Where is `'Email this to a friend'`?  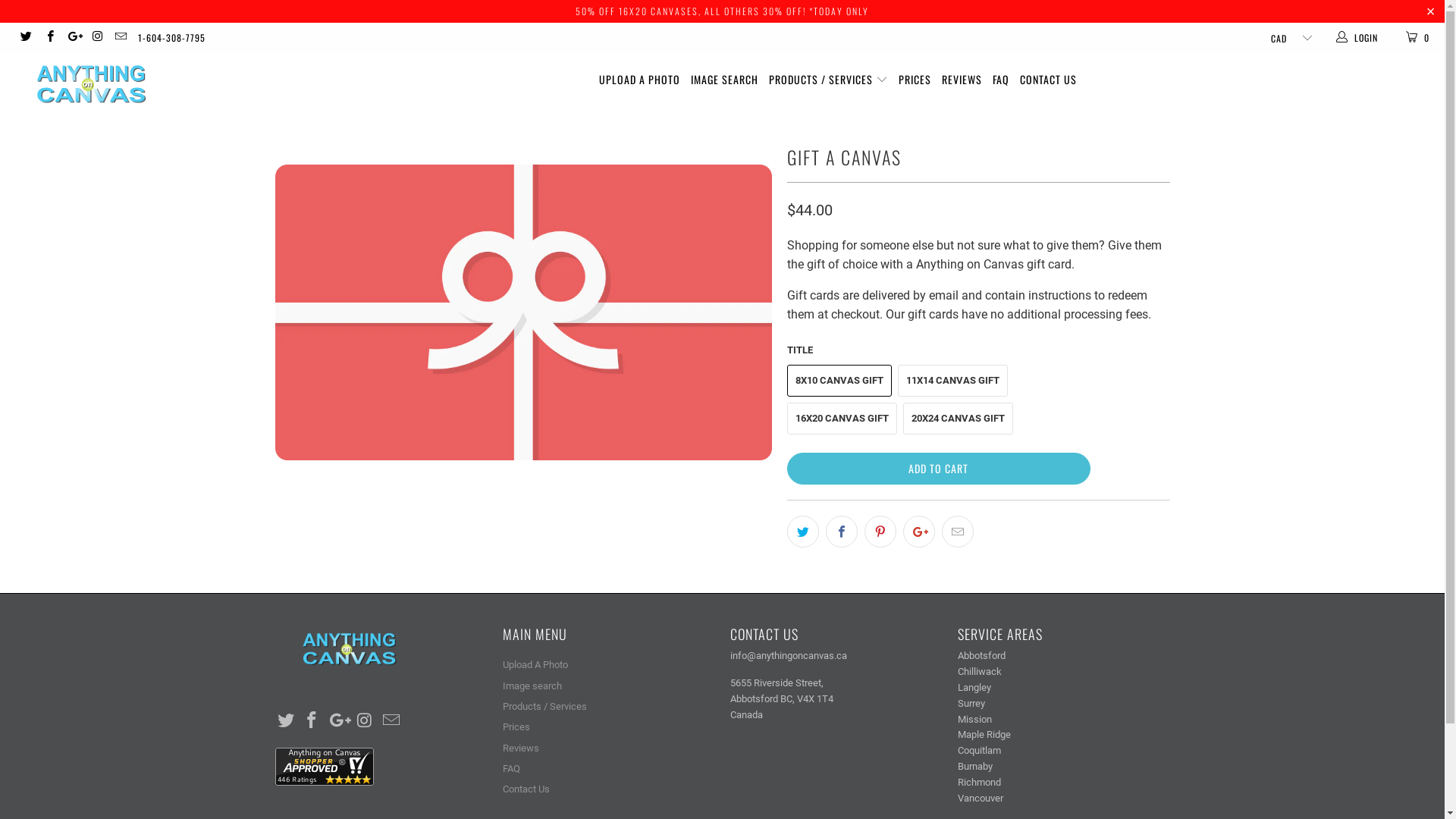
'Email this to a friend' is located at coordinates (956, 531).